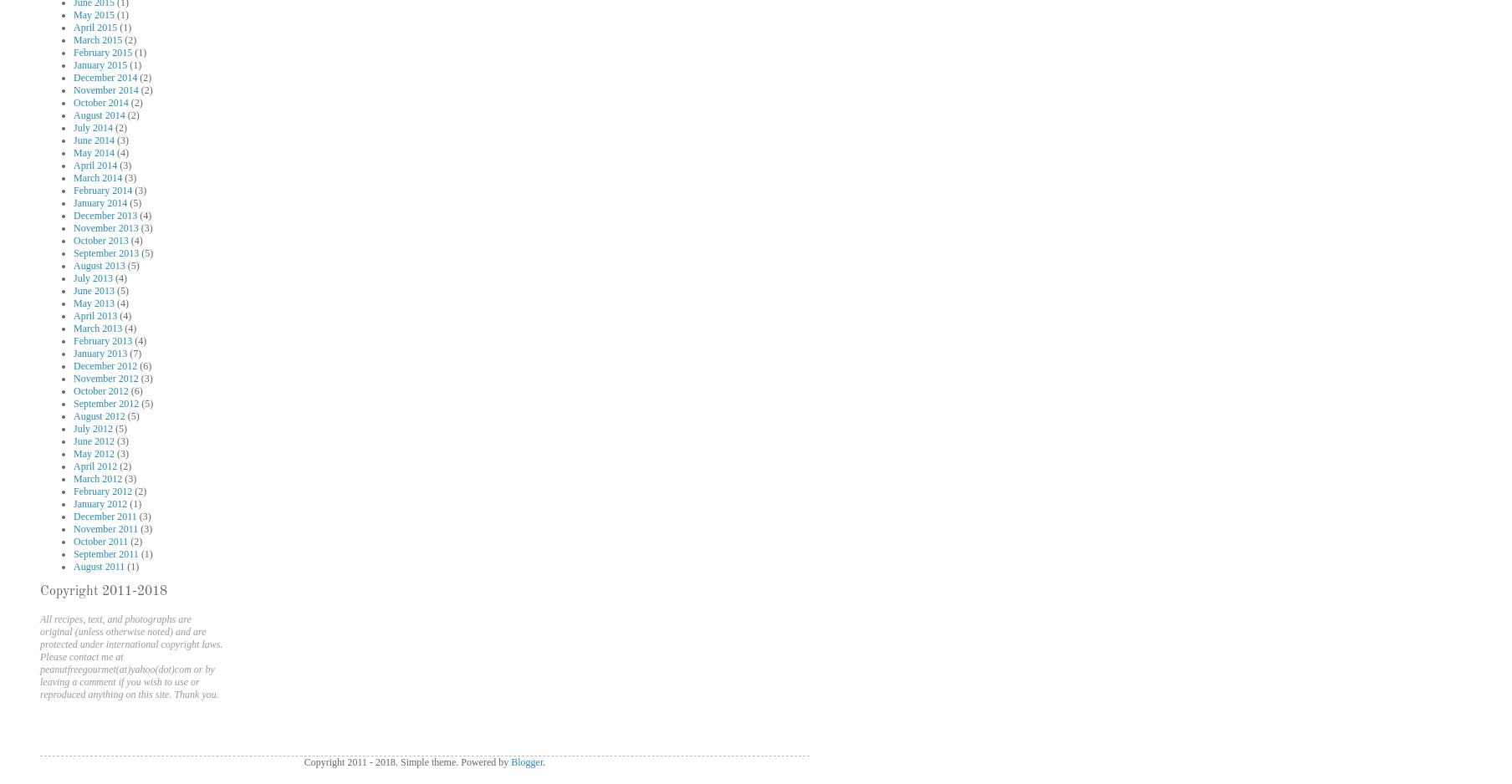 The width and height of the screenshot is (1512, 784). Describe the element at coordinates (105, 89) in the screenshot. I see `'November 2014'` at that location.